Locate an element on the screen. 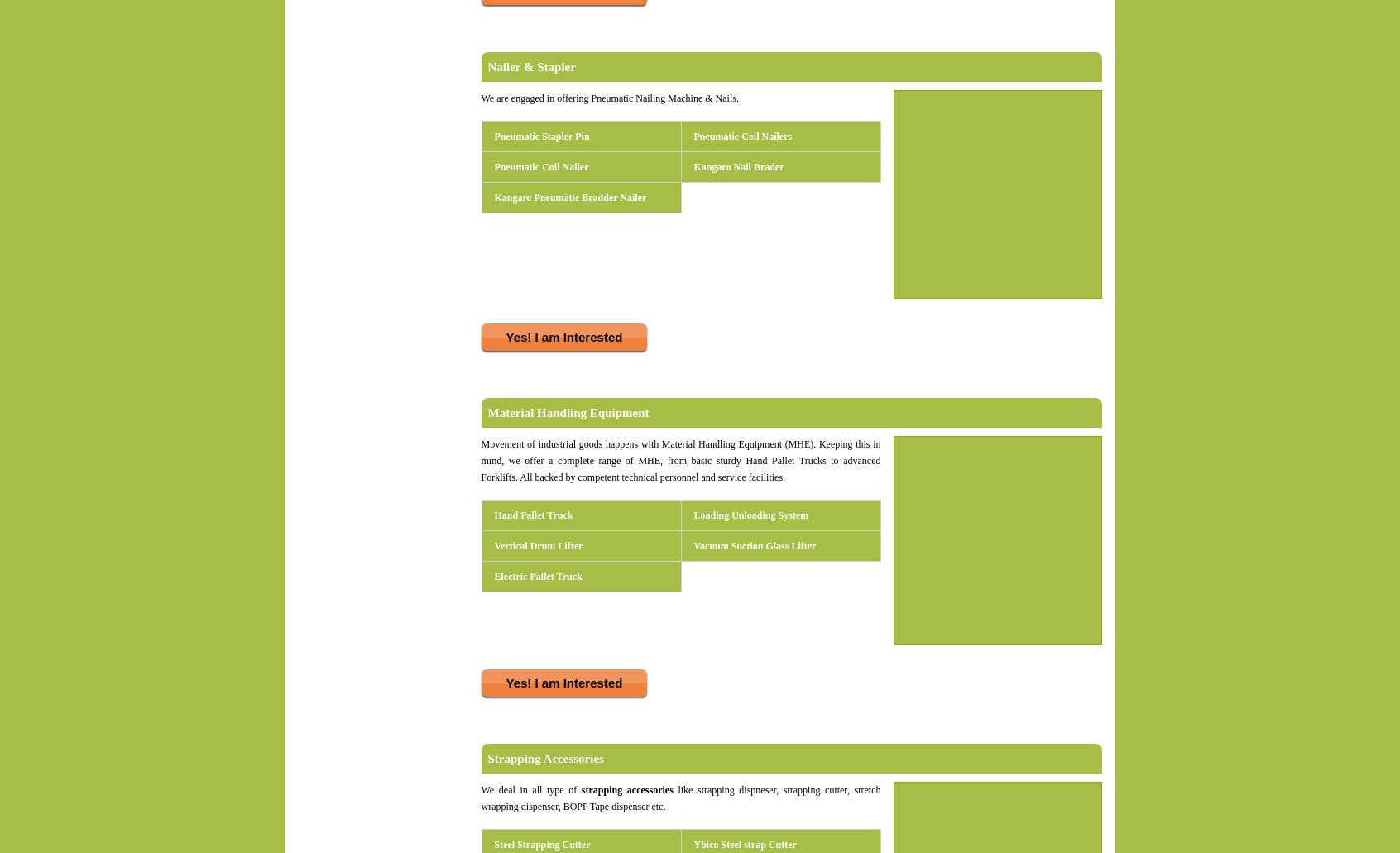 The image size is (1400, 853). 'like strapping dispneser, strapping cutter, stretch wrapping dispenser, BOPP Tape dispenser etc.' is located at coordinates (680, 798).